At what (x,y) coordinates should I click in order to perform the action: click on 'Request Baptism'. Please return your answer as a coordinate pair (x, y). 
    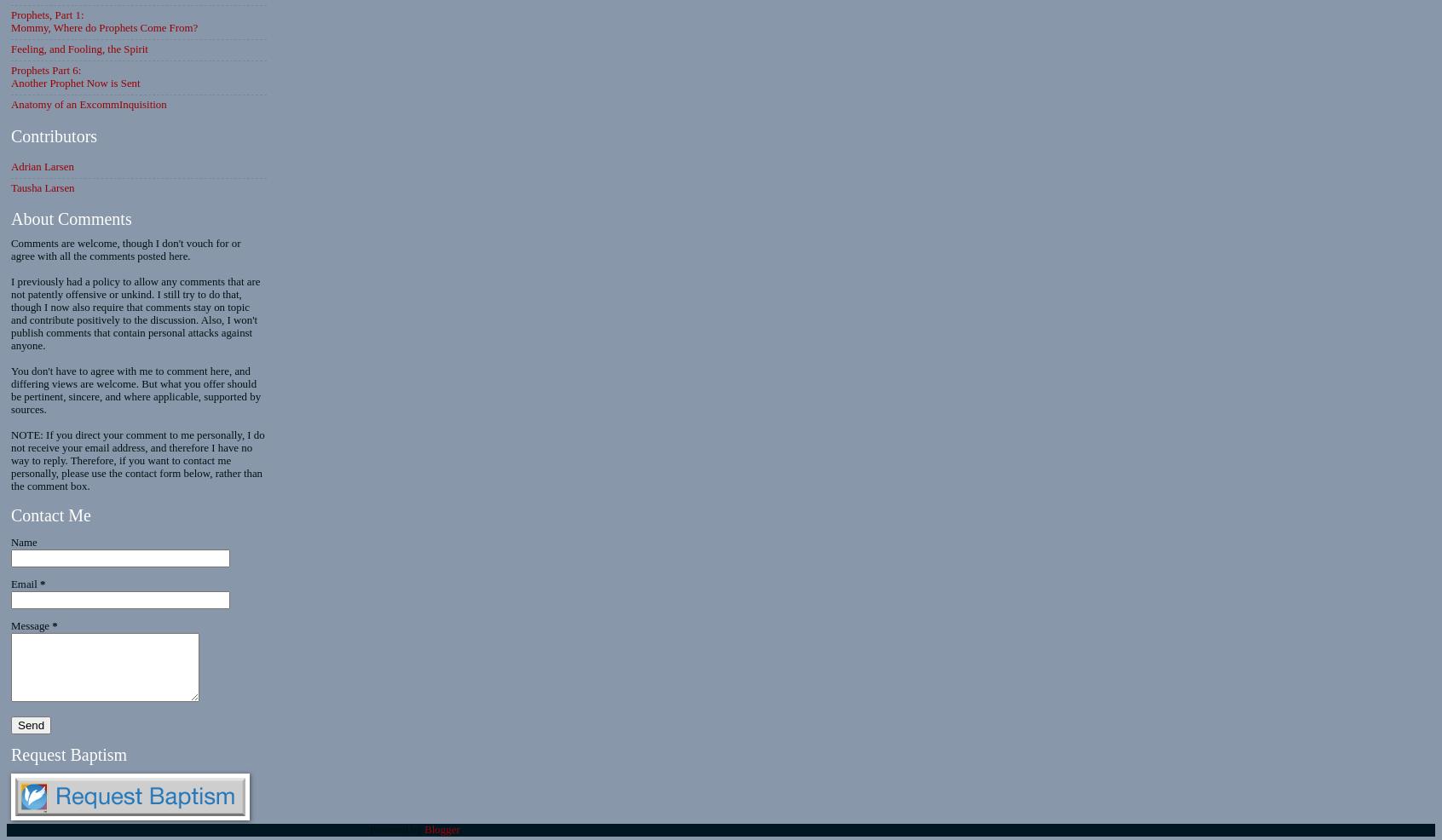
    Looking at the image, I should click on (69, 753).